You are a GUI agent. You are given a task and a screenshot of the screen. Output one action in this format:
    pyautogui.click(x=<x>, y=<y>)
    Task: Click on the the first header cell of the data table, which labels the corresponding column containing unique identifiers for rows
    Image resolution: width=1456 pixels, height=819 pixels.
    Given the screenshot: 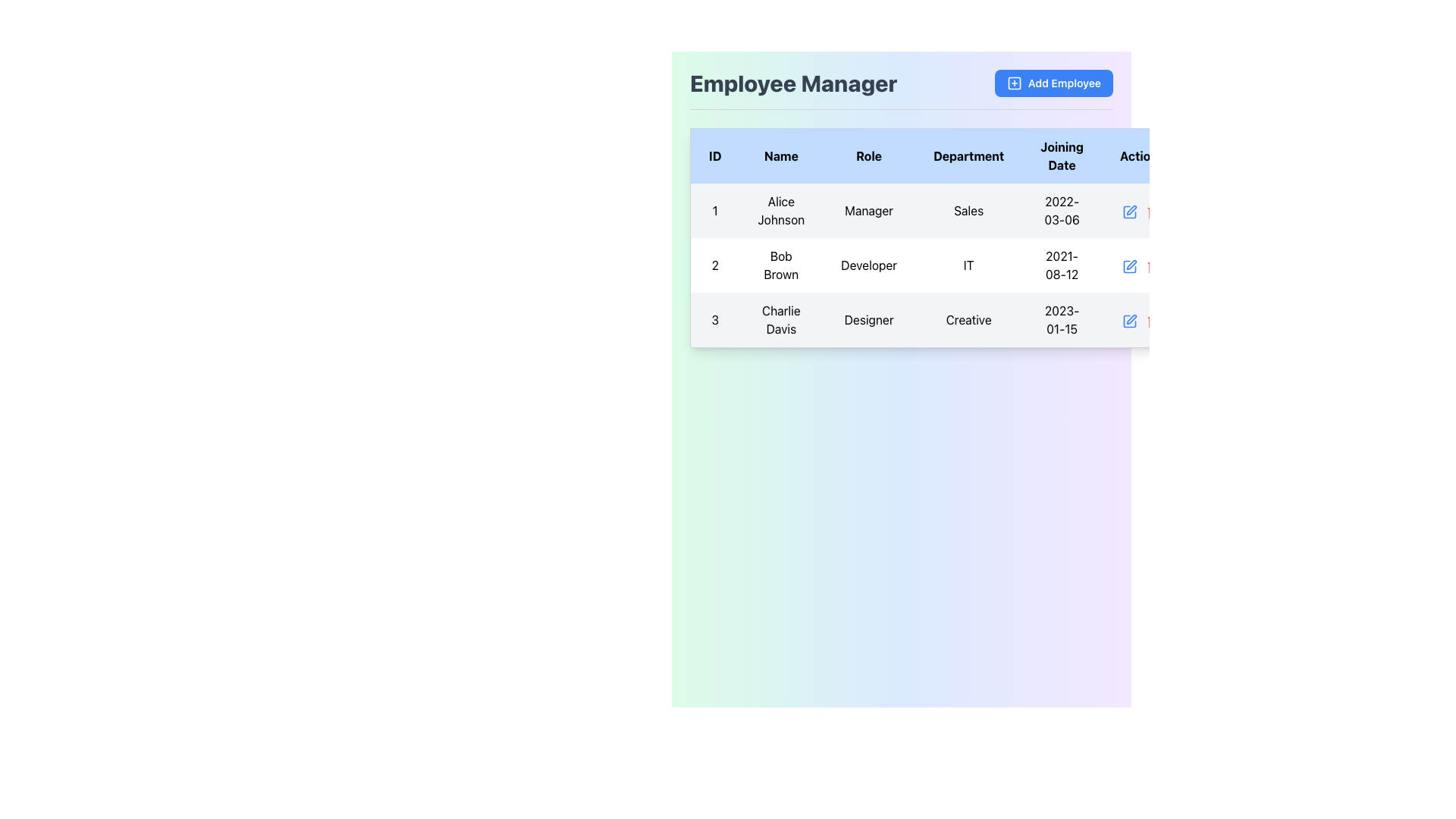 What is the action you would take?
    pyautogui.click(x=714, y=155)
    